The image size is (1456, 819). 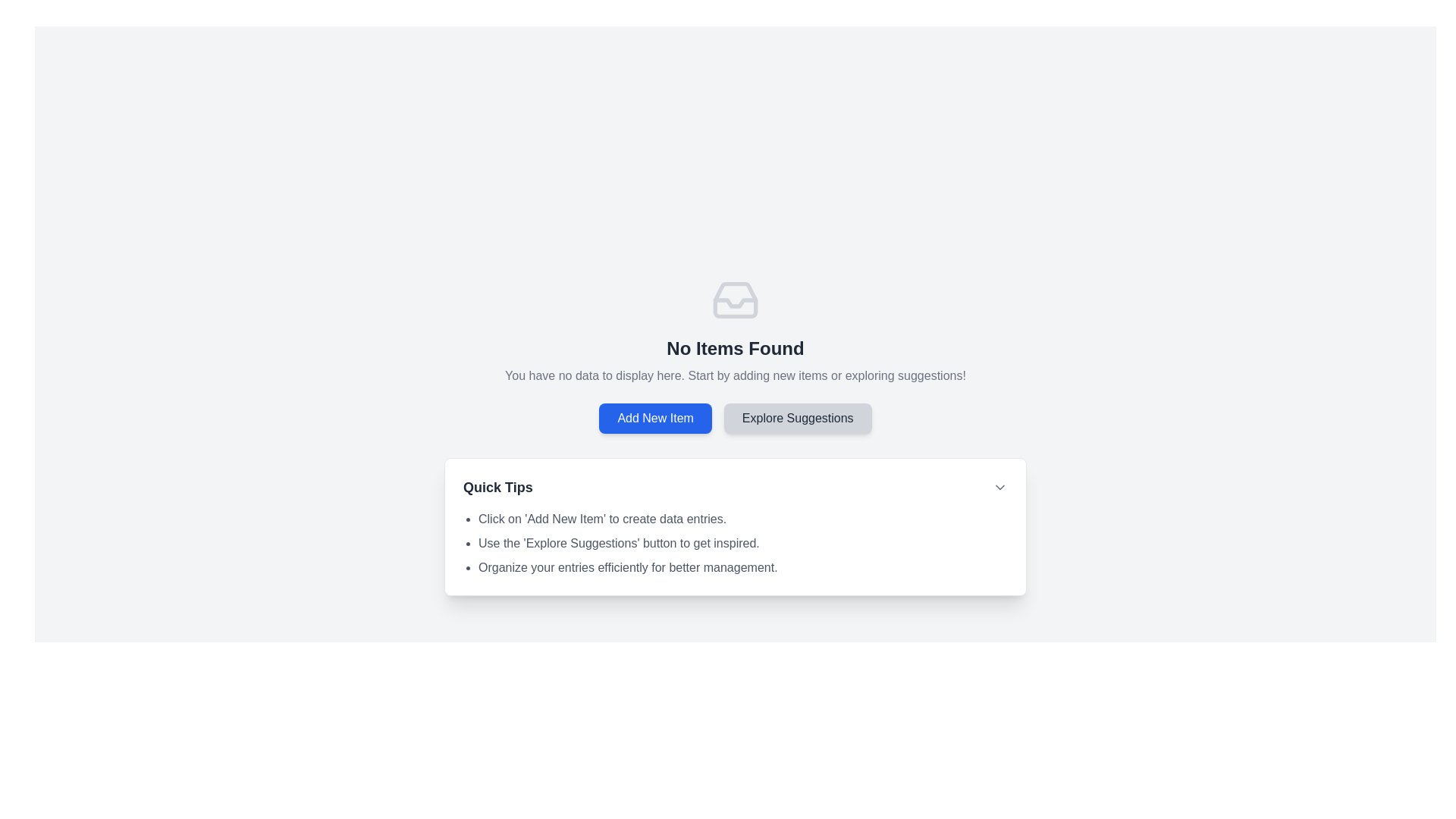 What do you see at coordinates (742, 543) in the screenshot?
I see `the static text that advises users to use the 'Explore Suggestions' button, which is the second item in the bullet-pointed list under the 'Quick Tips' header` at bounding box center [742, 543].